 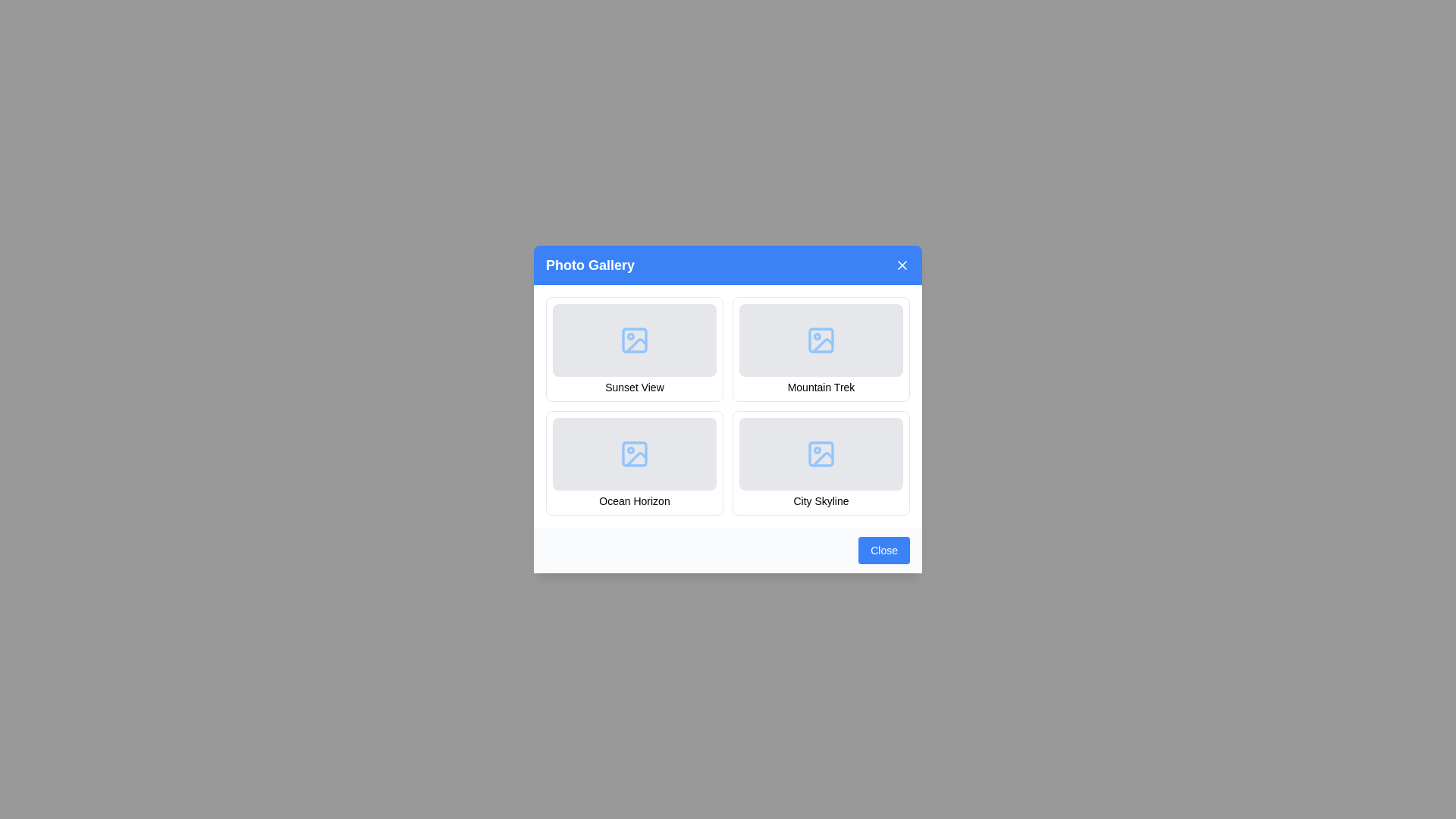 I want to click on the grid item labeled 'Ocean Horizon', so click(x=634, y=462).